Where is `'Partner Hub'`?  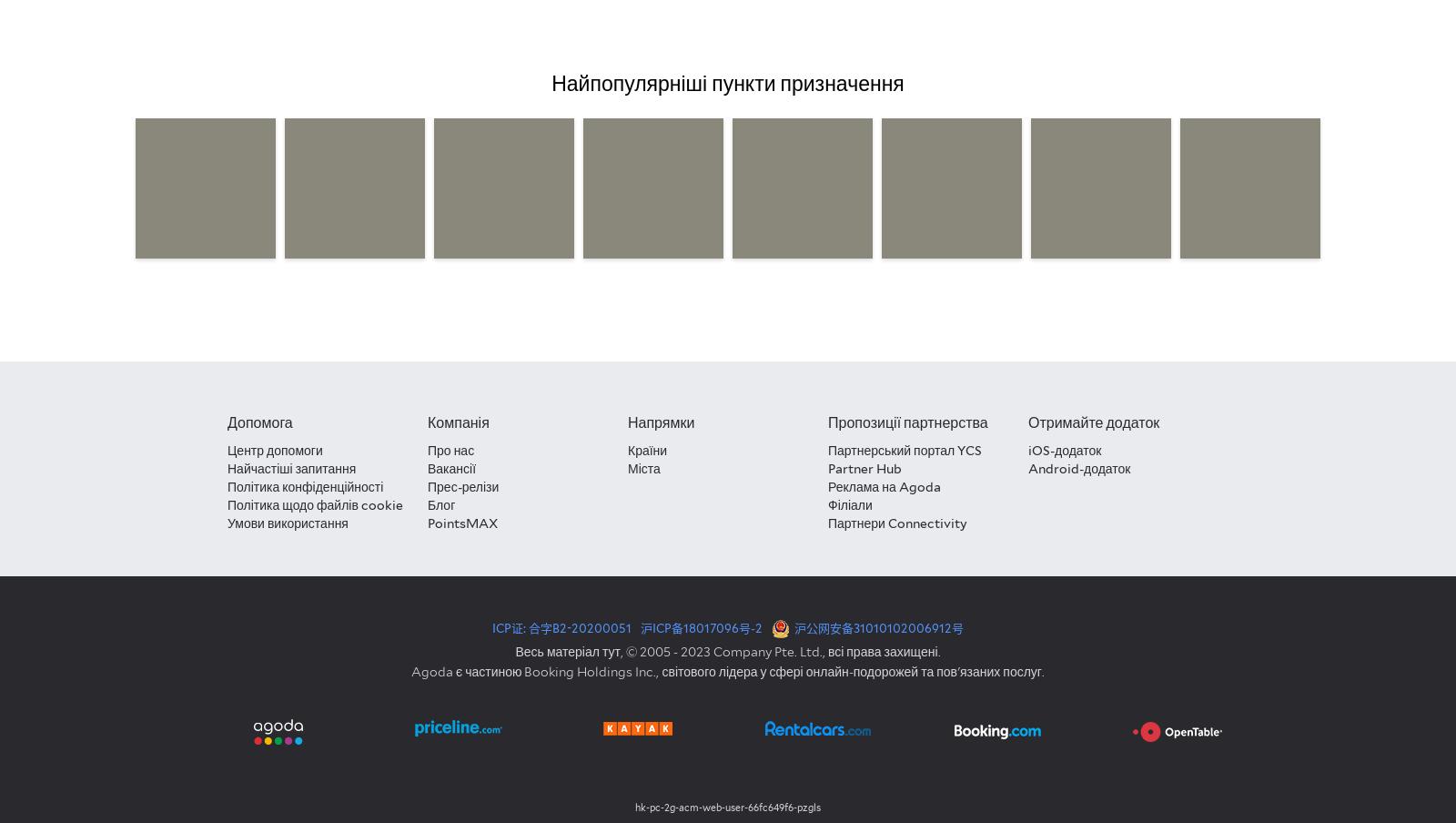 'Partner Hub' is located at coordinates (826, 468).